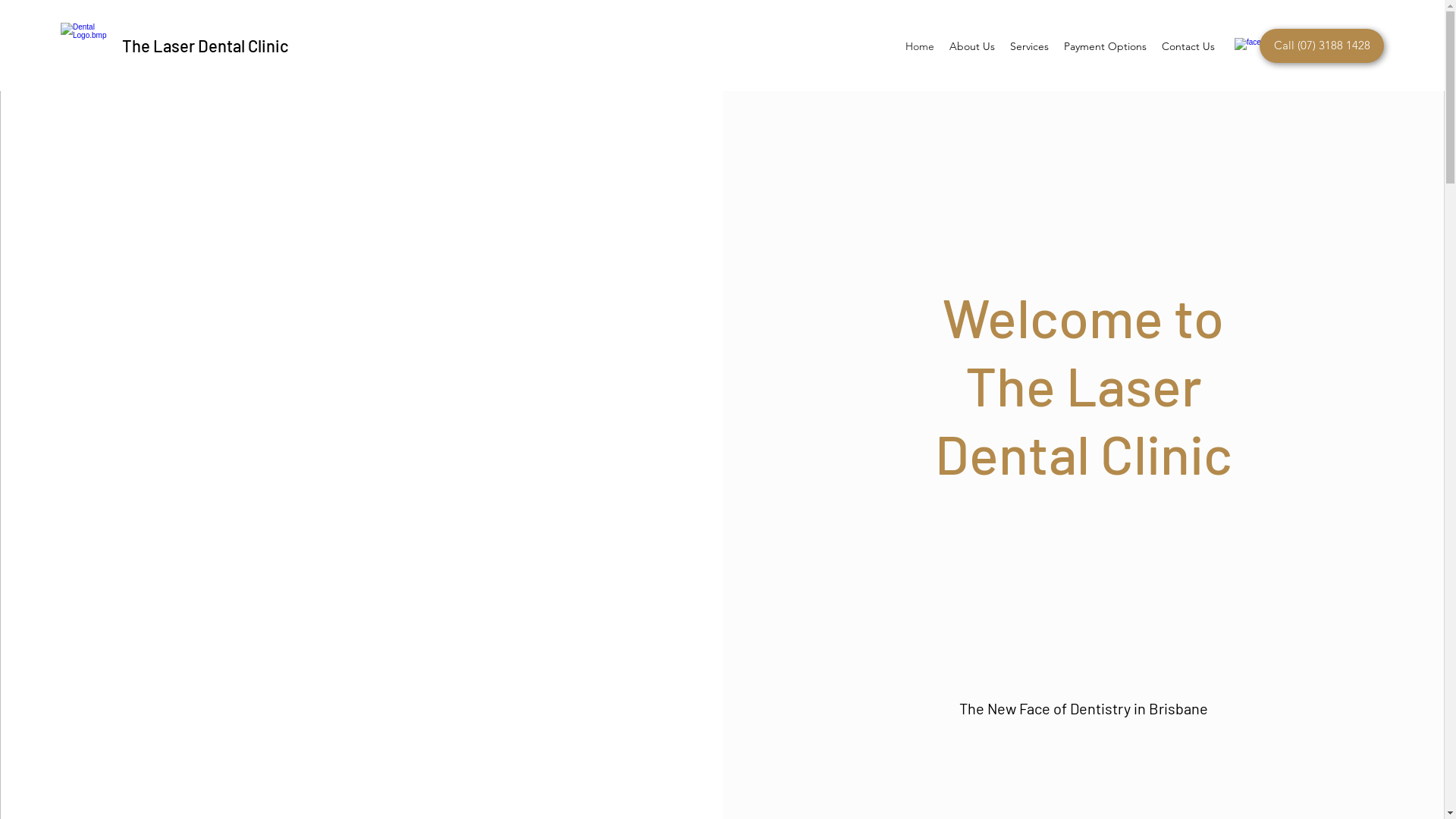  I want to click on 'Payment Options', so click(1105, 45).